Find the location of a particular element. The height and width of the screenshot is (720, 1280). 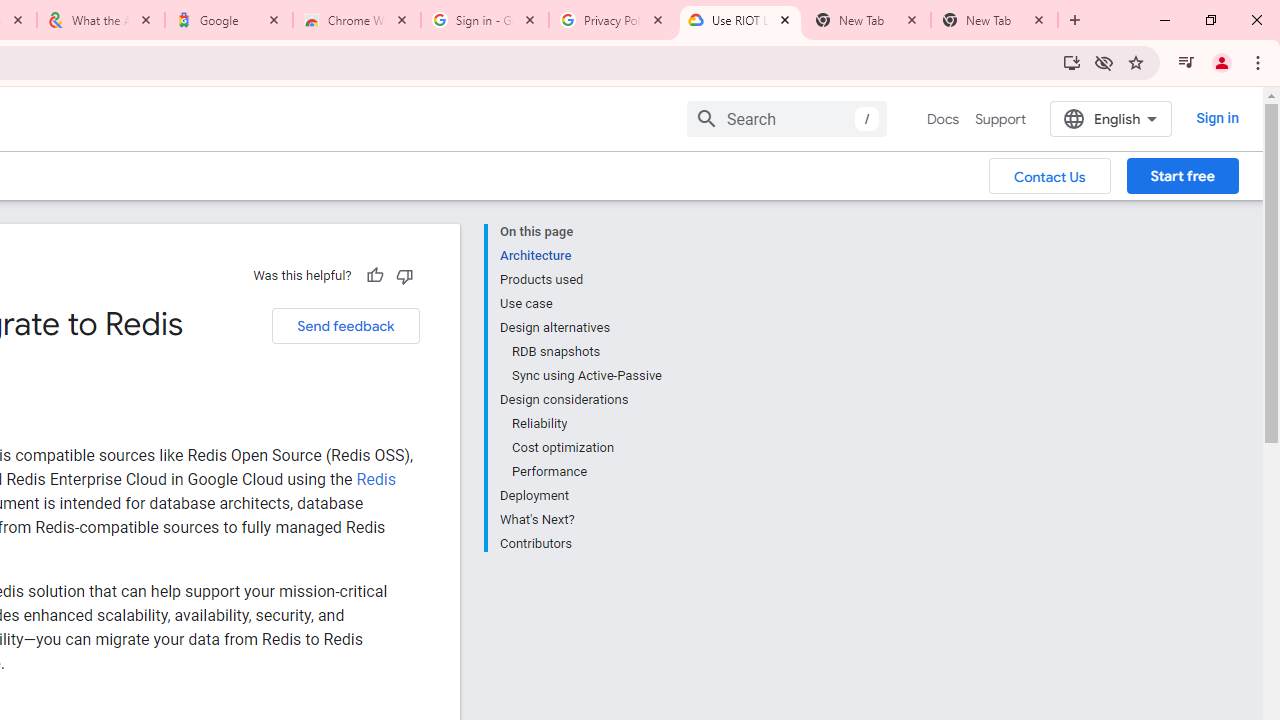

'Products used' is located at coordinates (579, 280).